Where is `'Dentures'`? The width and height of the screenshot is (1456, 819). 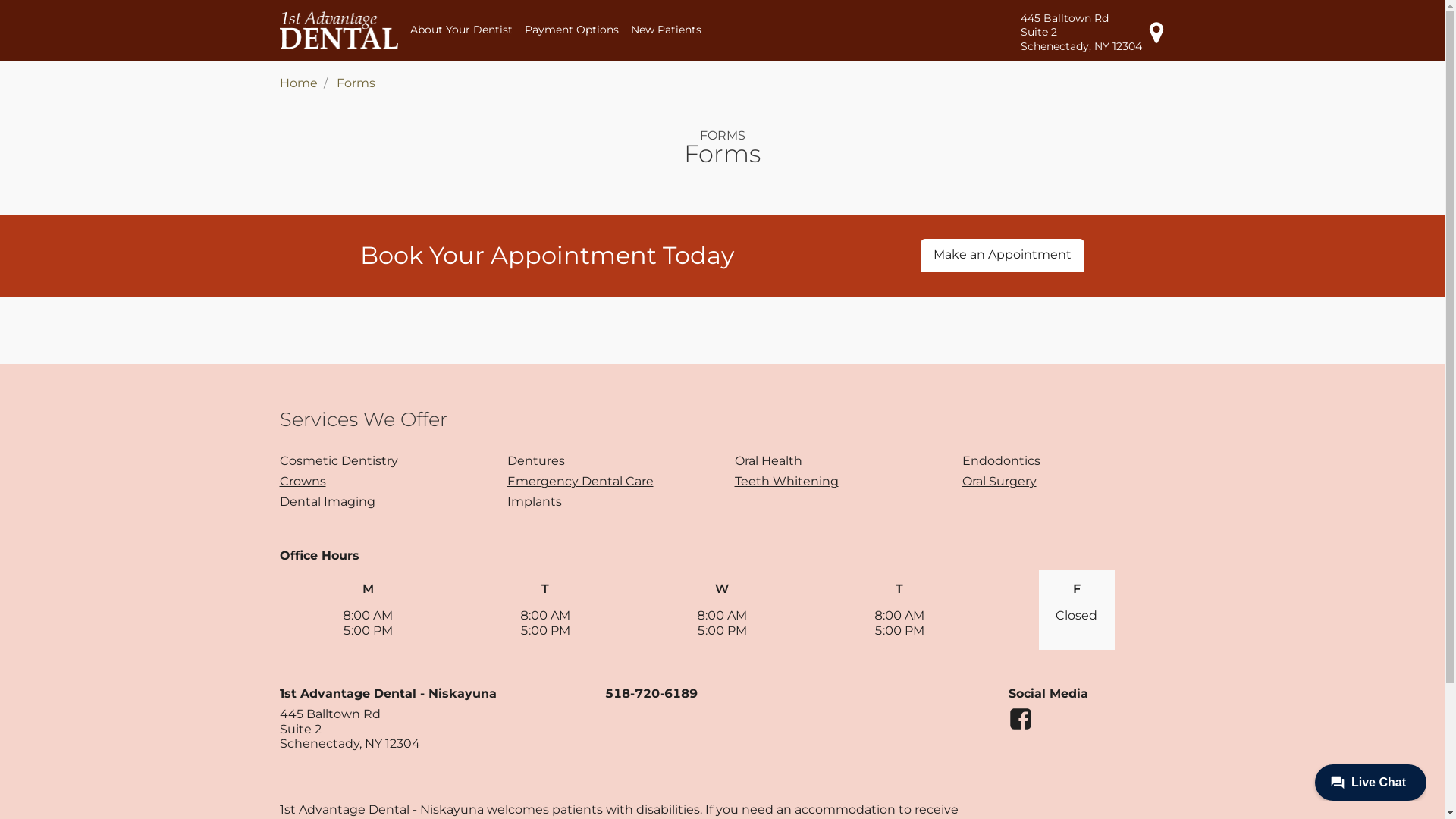 'Dentures' is located at coordinates (535, 460).